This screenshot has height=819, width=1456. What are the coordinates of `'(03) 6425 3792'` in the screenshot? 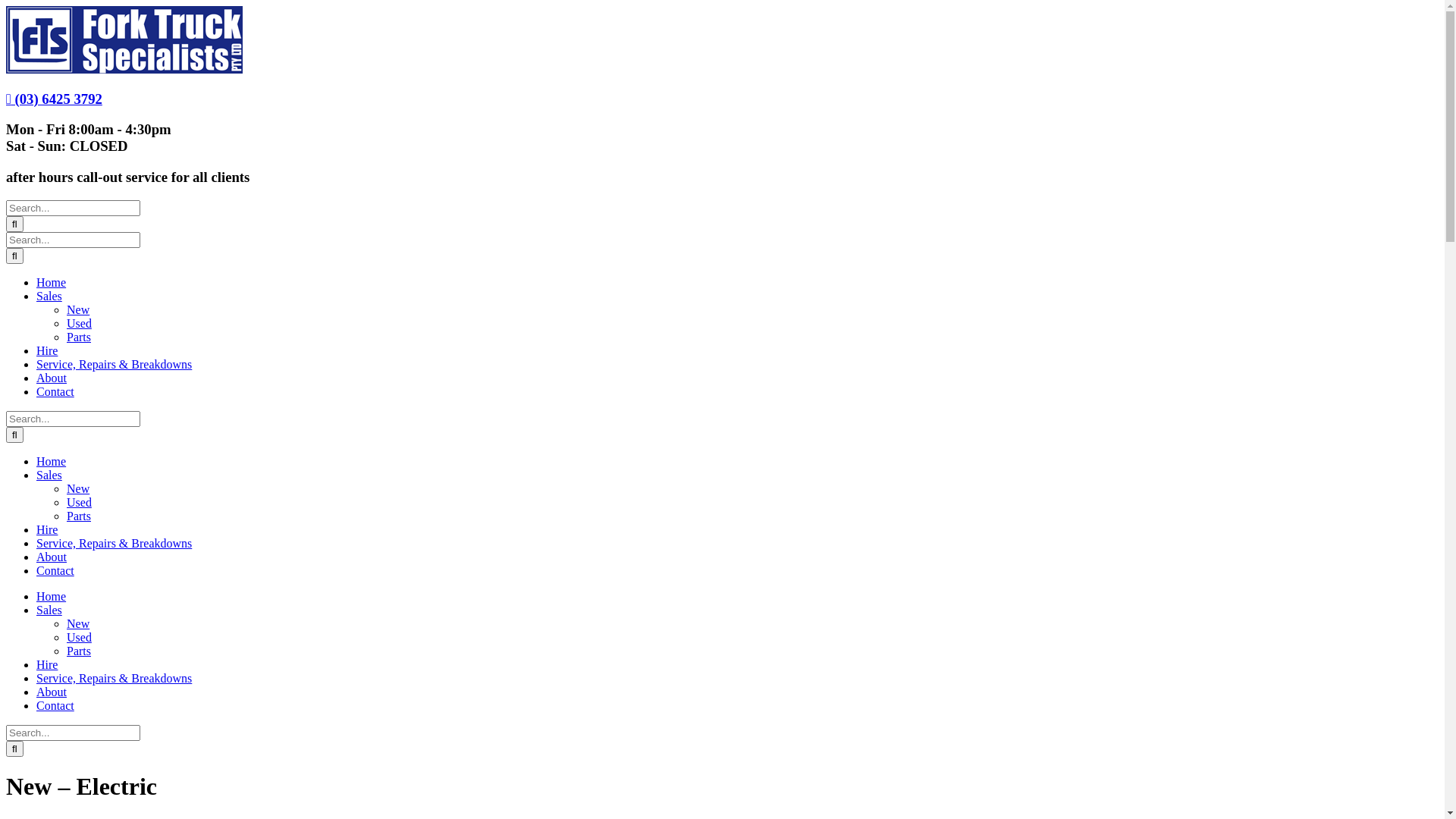 It's located at (54, 99).